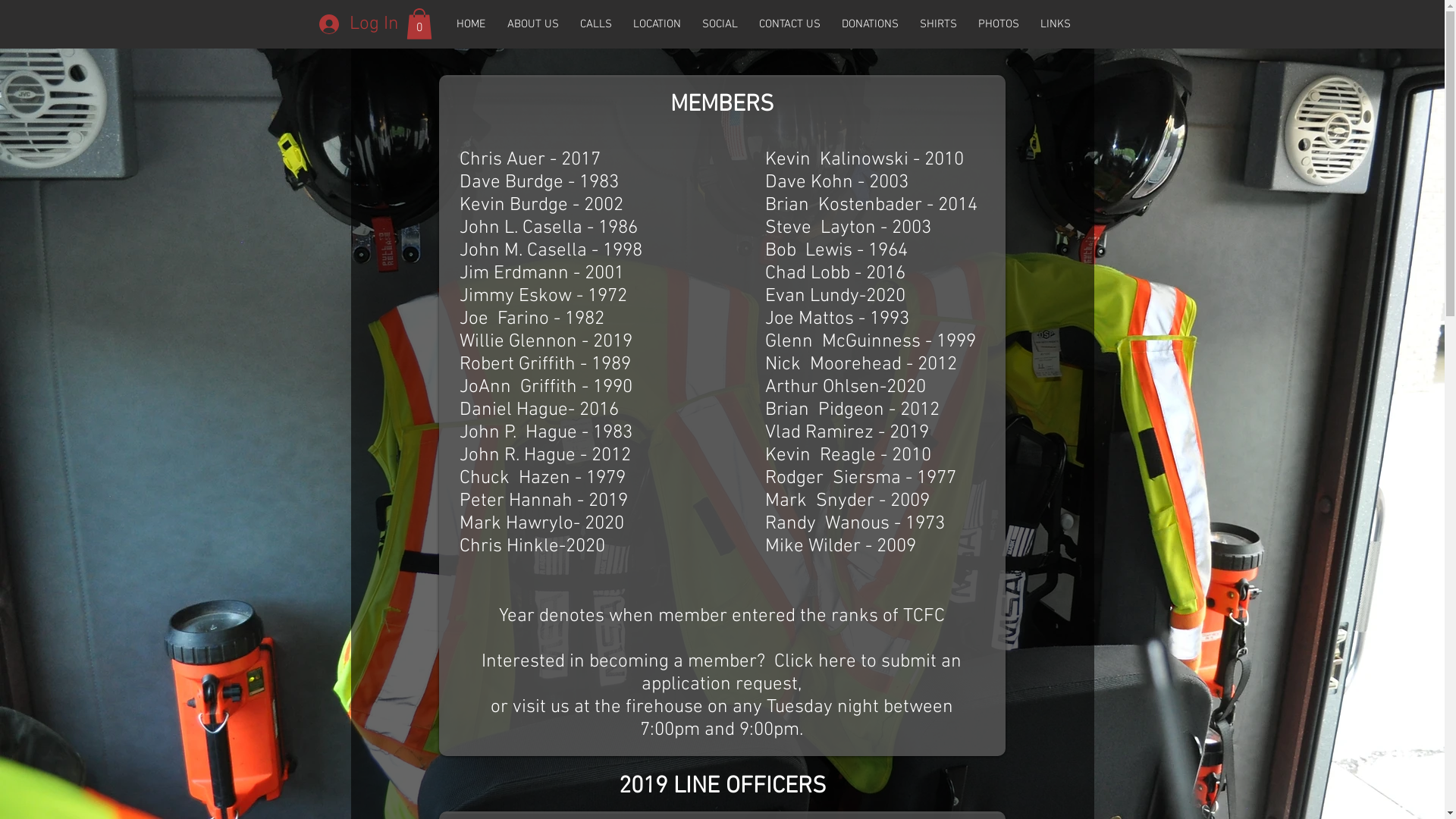 This screenshot has width=1456, height=819. Describe the element at coordinates (532, 24) in the screenshot. I see `'ABOUT US'` at that location.